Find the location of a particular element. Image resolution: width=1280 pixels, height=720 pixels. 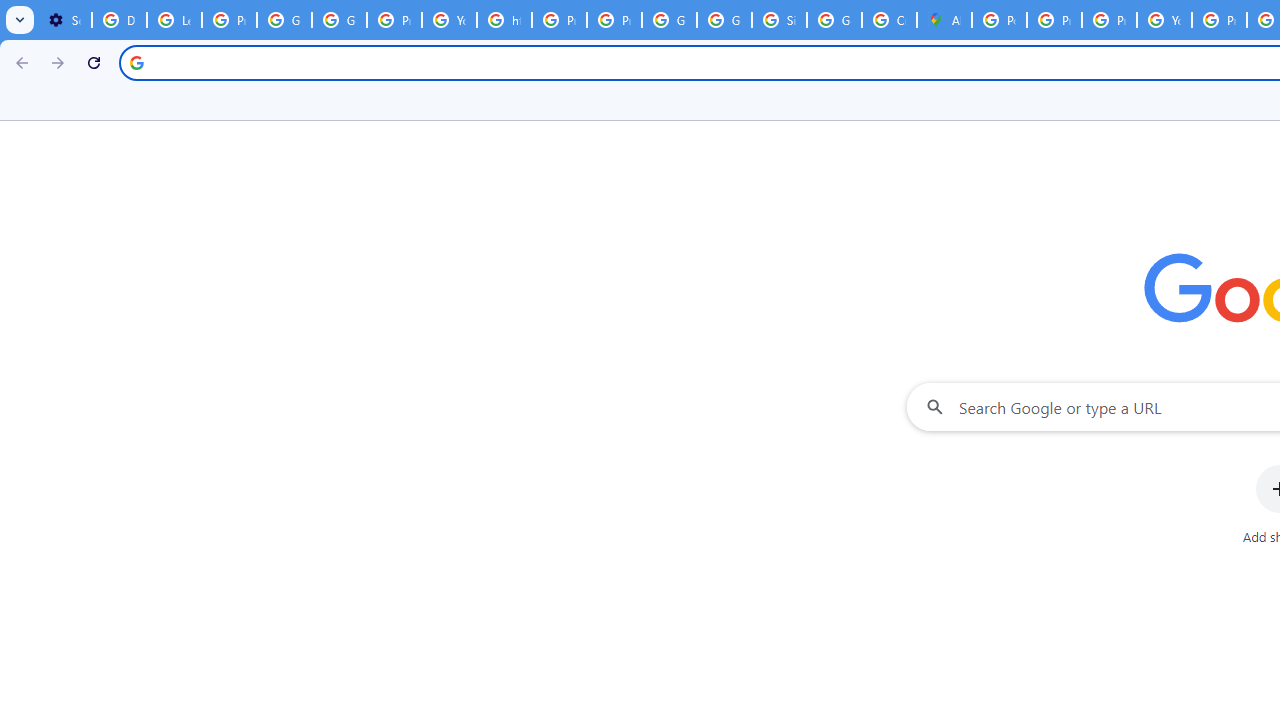

'Settings - On startup' is located at coordinates (64, 20).